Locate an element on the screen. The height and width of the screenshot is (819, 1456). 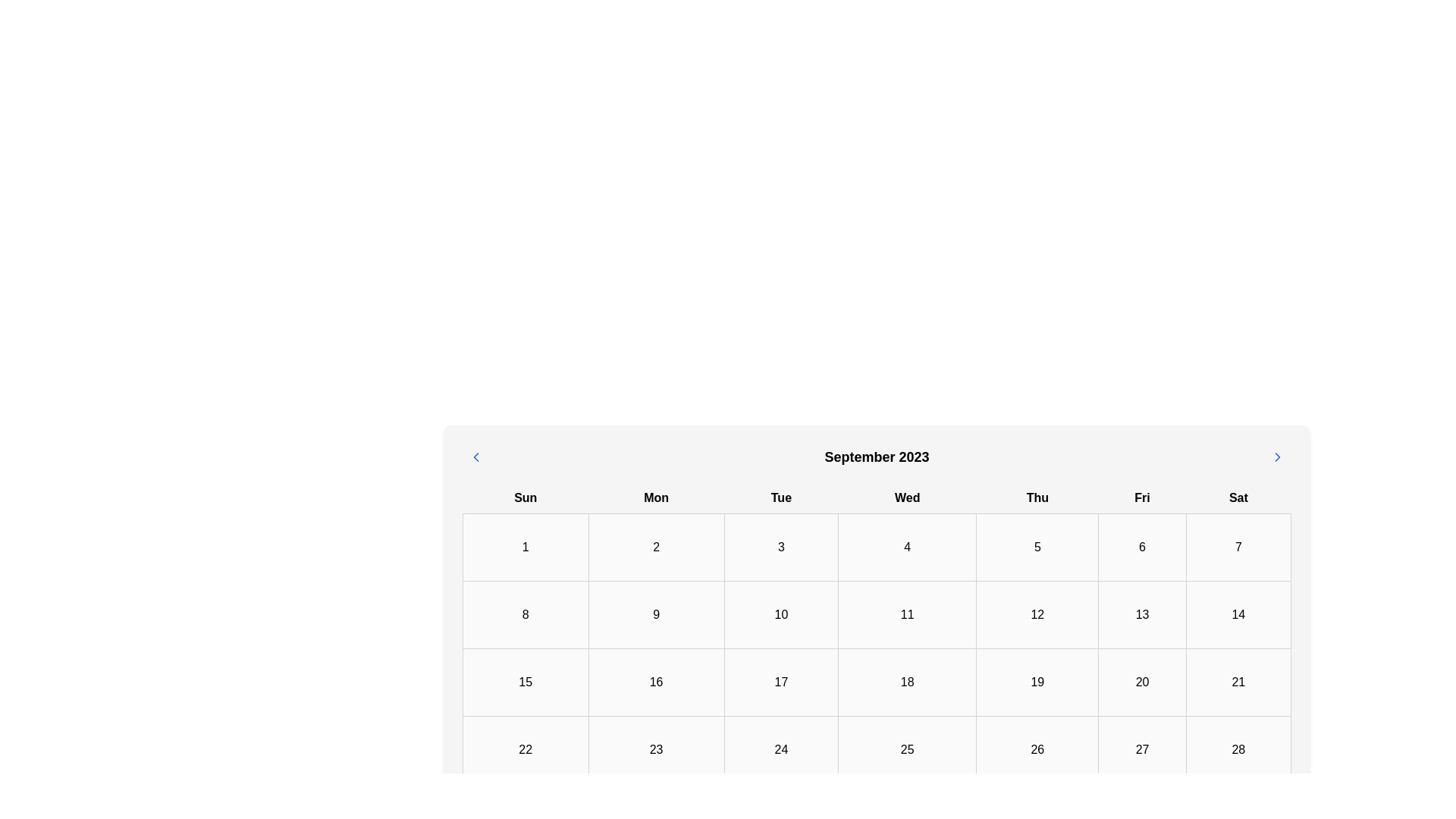
the displayed date '16' in the calendar's date box, which is the second box from the left in the third row, representing the day of the month is located at coordinates (656, 681).